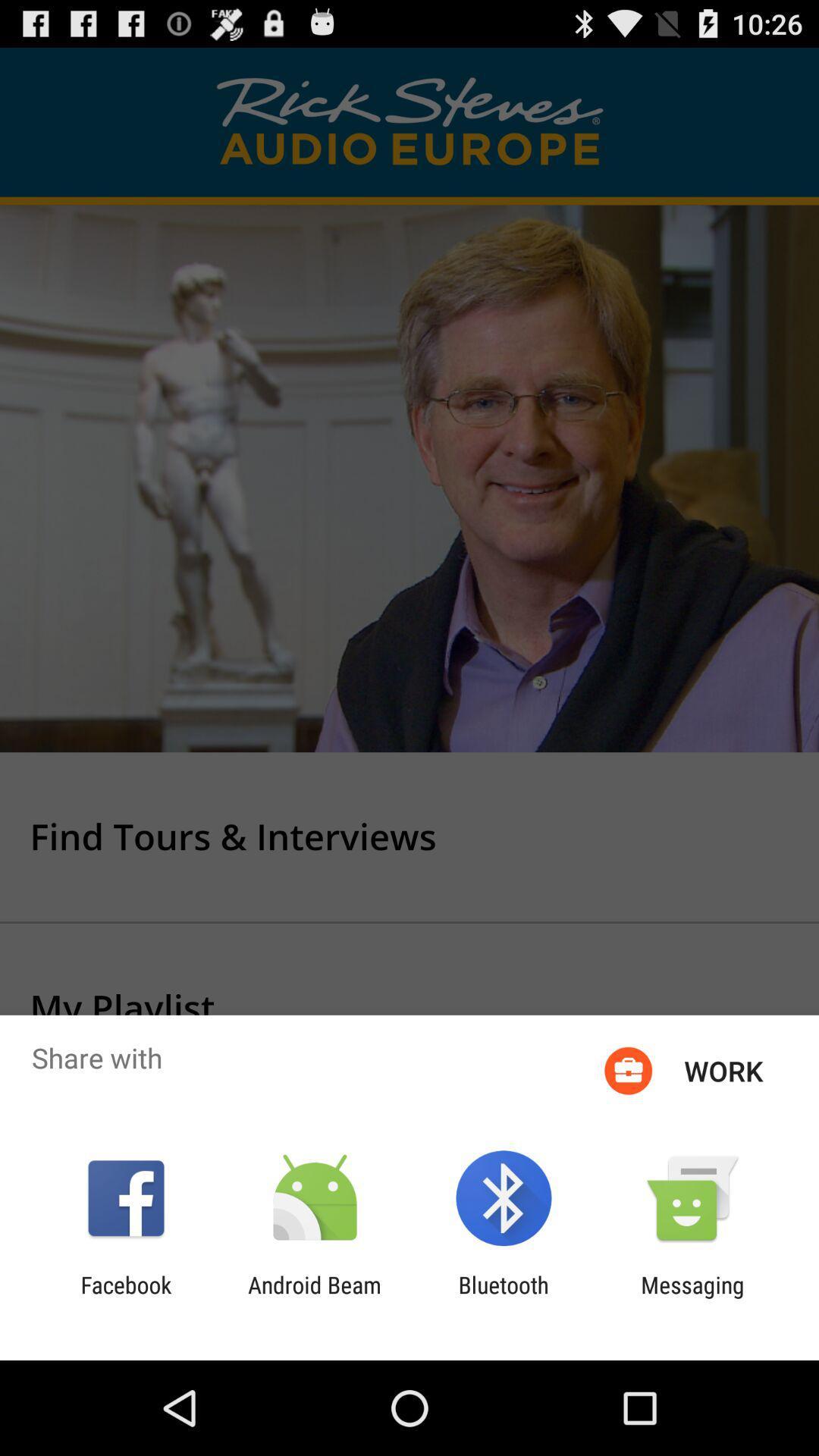 The width and height of the screenshot is (819, 1456). Describe the element at coordinates (314, 1298) in the screenshot. I see `icon next to bluetooth item` at that location.